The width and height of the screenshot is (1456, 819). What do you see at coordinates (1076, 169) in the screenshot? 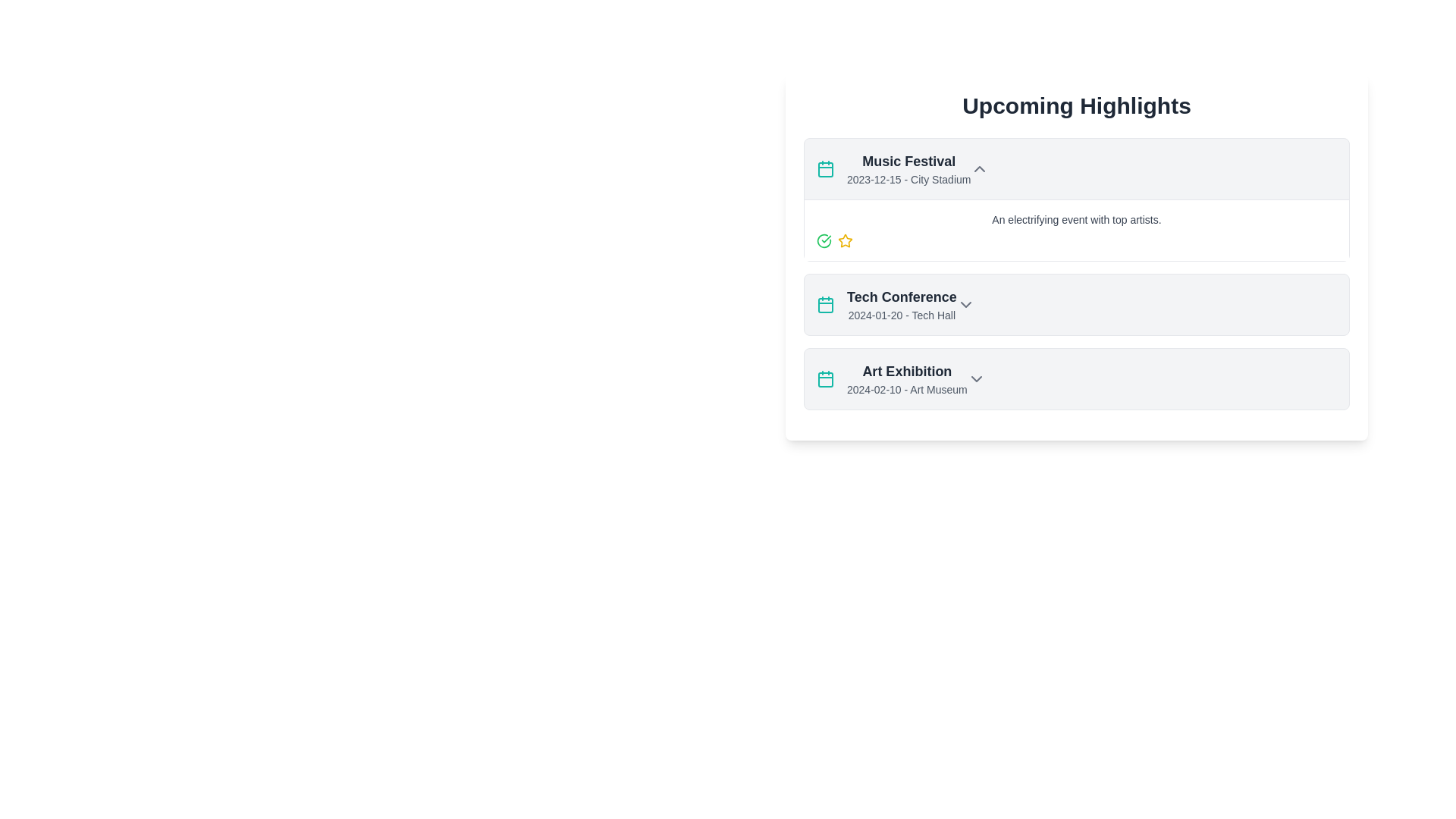
I see `the first list item in the 'Upcoming Highlights' card that displays event details including title, date, and location` at bounding box center [1076, 169].